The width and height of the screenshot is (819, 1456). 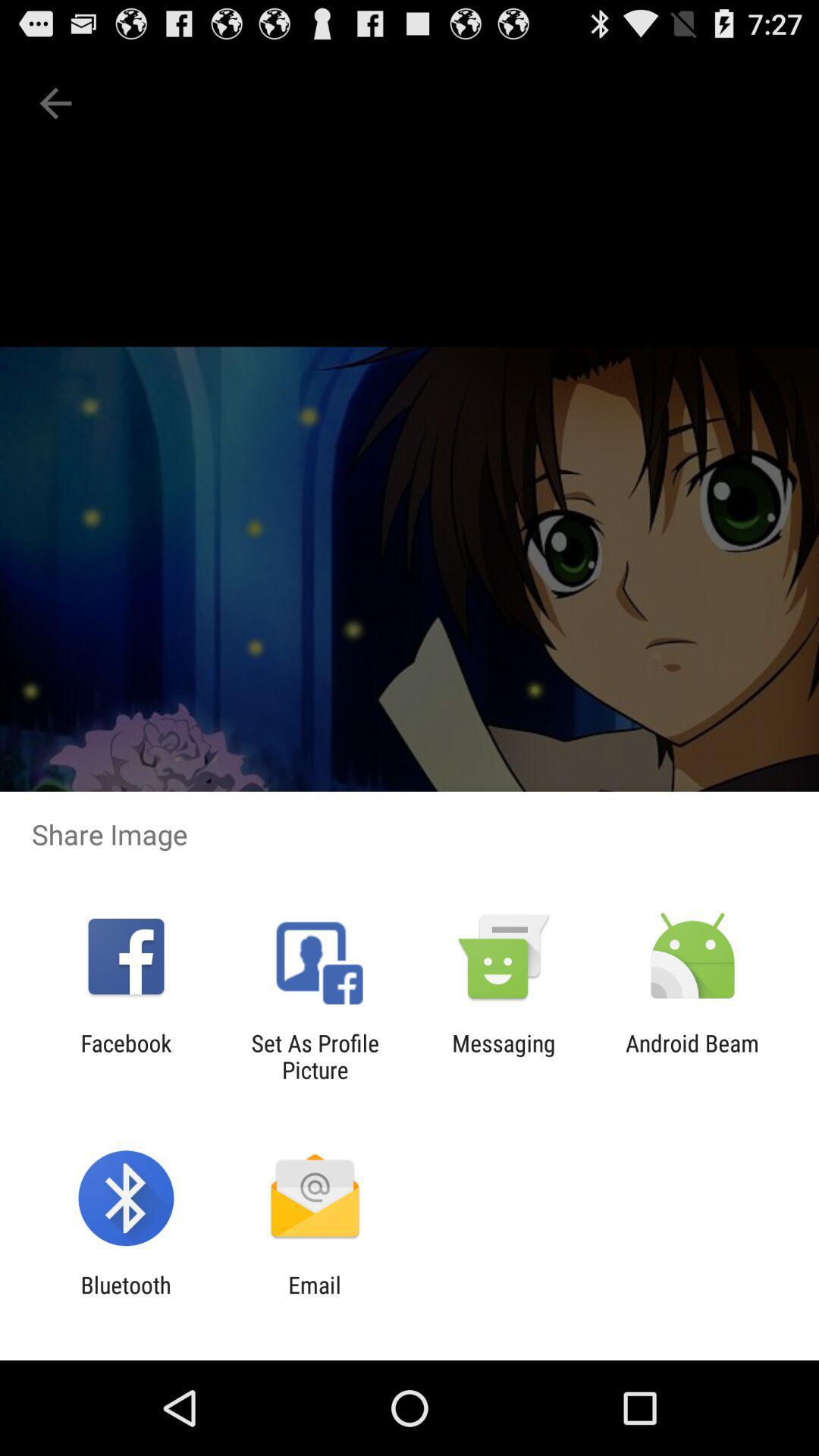 I want to click on the item next to set as profile app, so click(x=125, y=1056).